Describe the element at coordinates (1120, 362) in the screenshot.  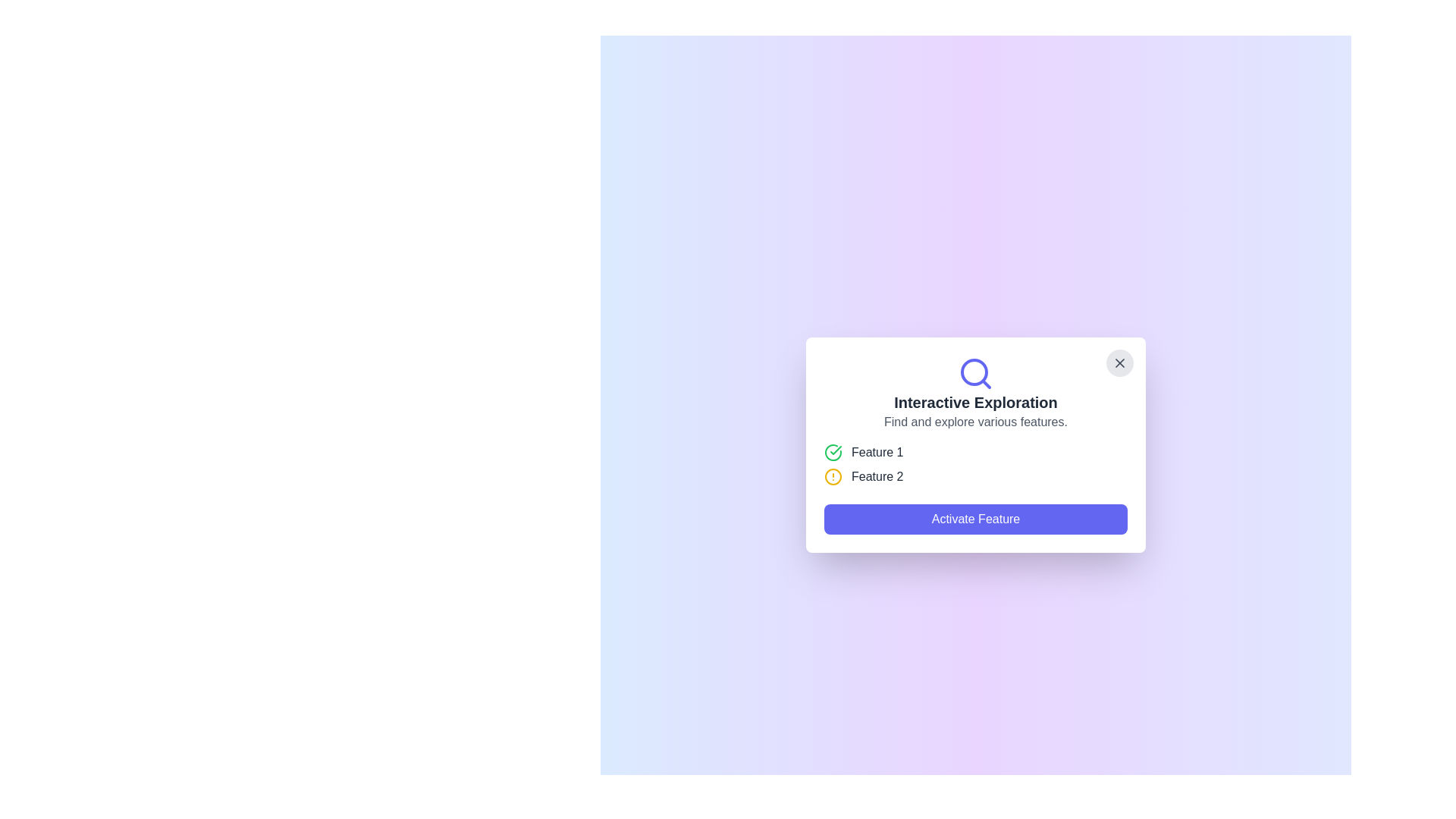
I see `the close button, which is represented by a cross icon styled as an 'X' located at the top-right corner of the modal interface` at that location.